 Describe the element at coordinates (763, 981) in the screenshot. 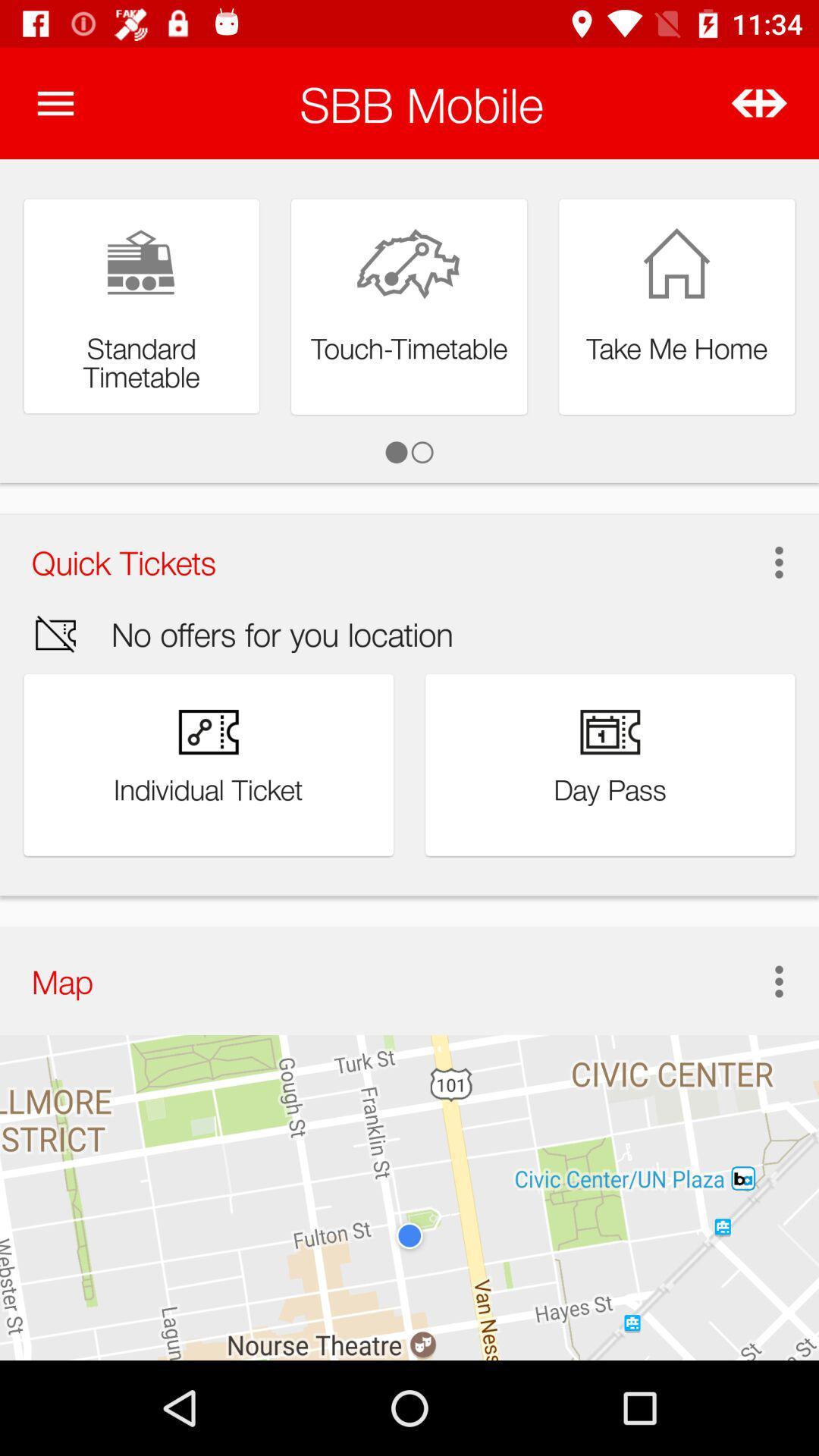

I see `the item below the no offers for item` at that location.